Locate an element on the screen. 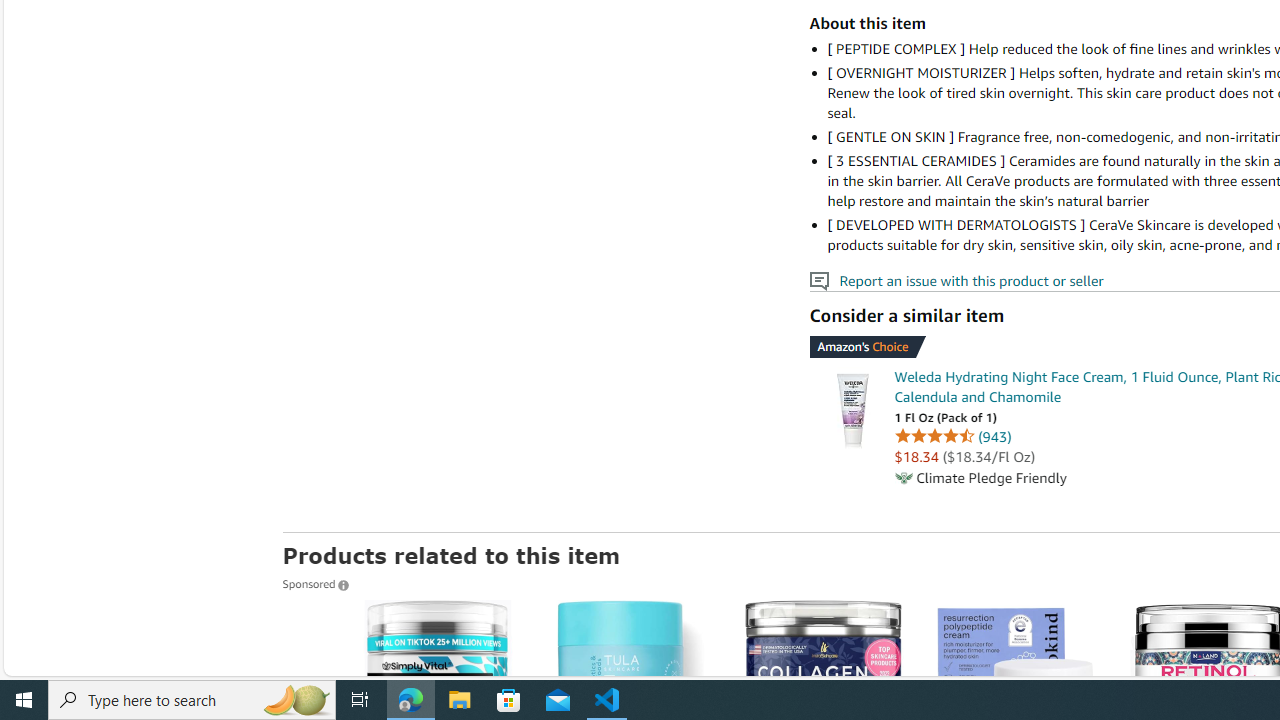 This screenshot has width=1280, height=720. '943 ratings' is located at coordinates (995, 435).